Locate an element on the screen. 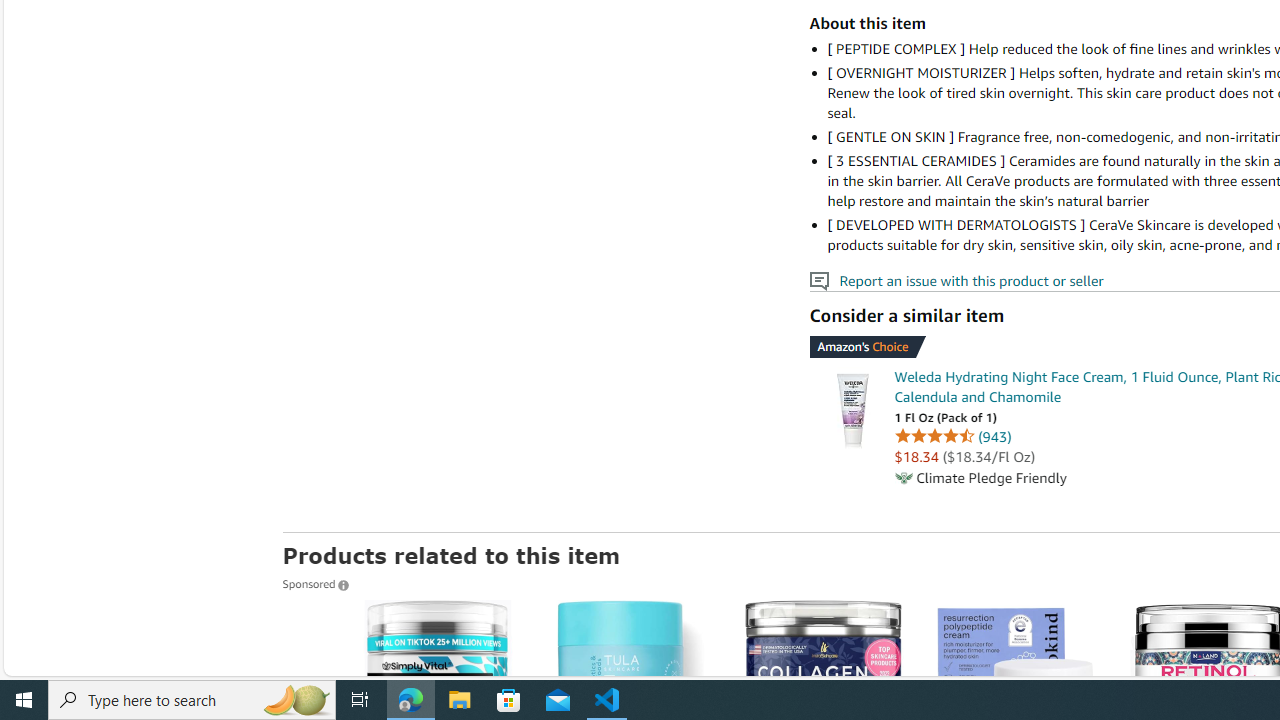 This screenshot has width=1280, height=720. '943 ratings' is located at coordinates (995, 435).